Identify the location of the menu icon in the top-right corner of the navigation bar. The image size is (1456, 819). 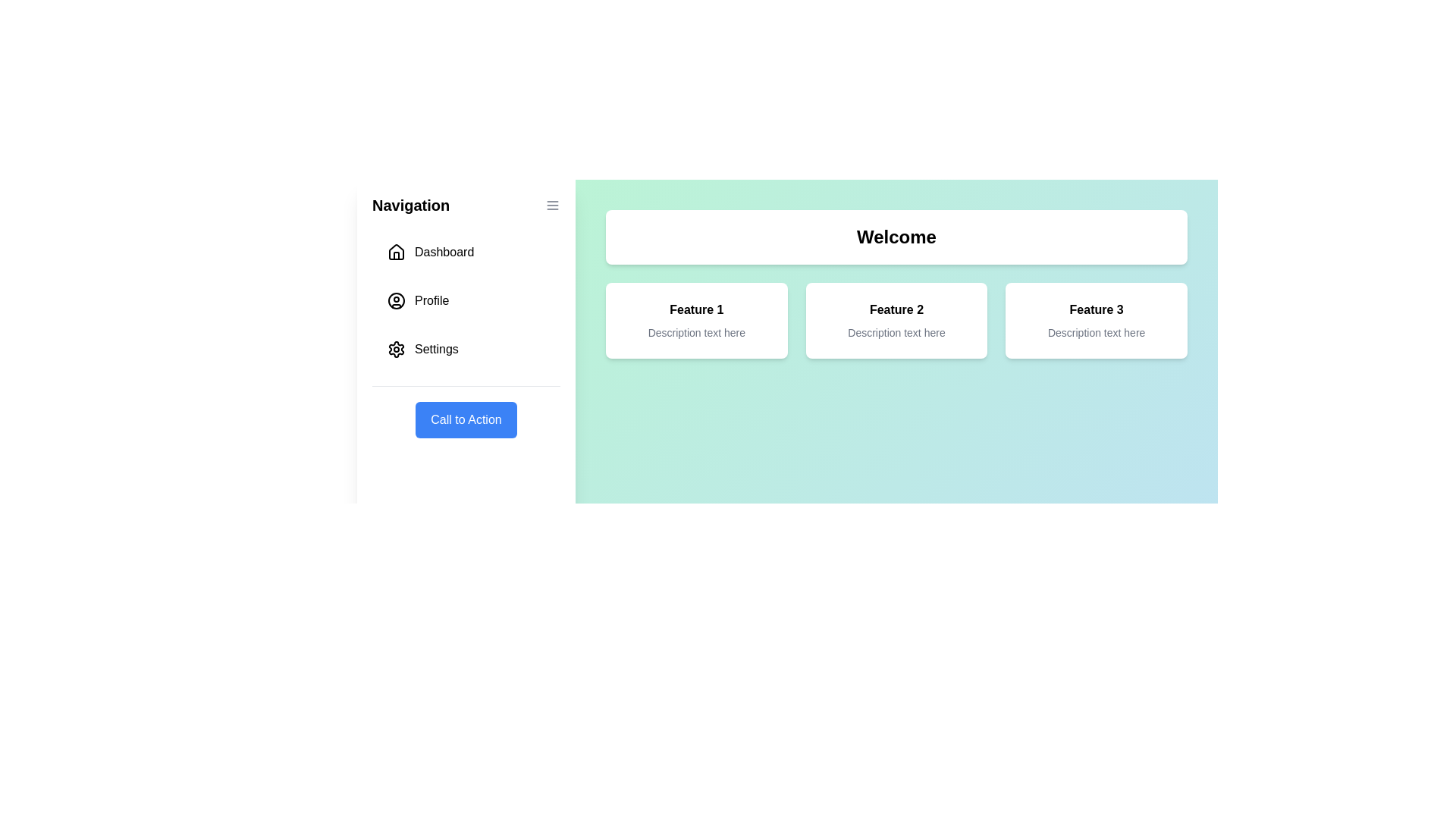
(552, 205).